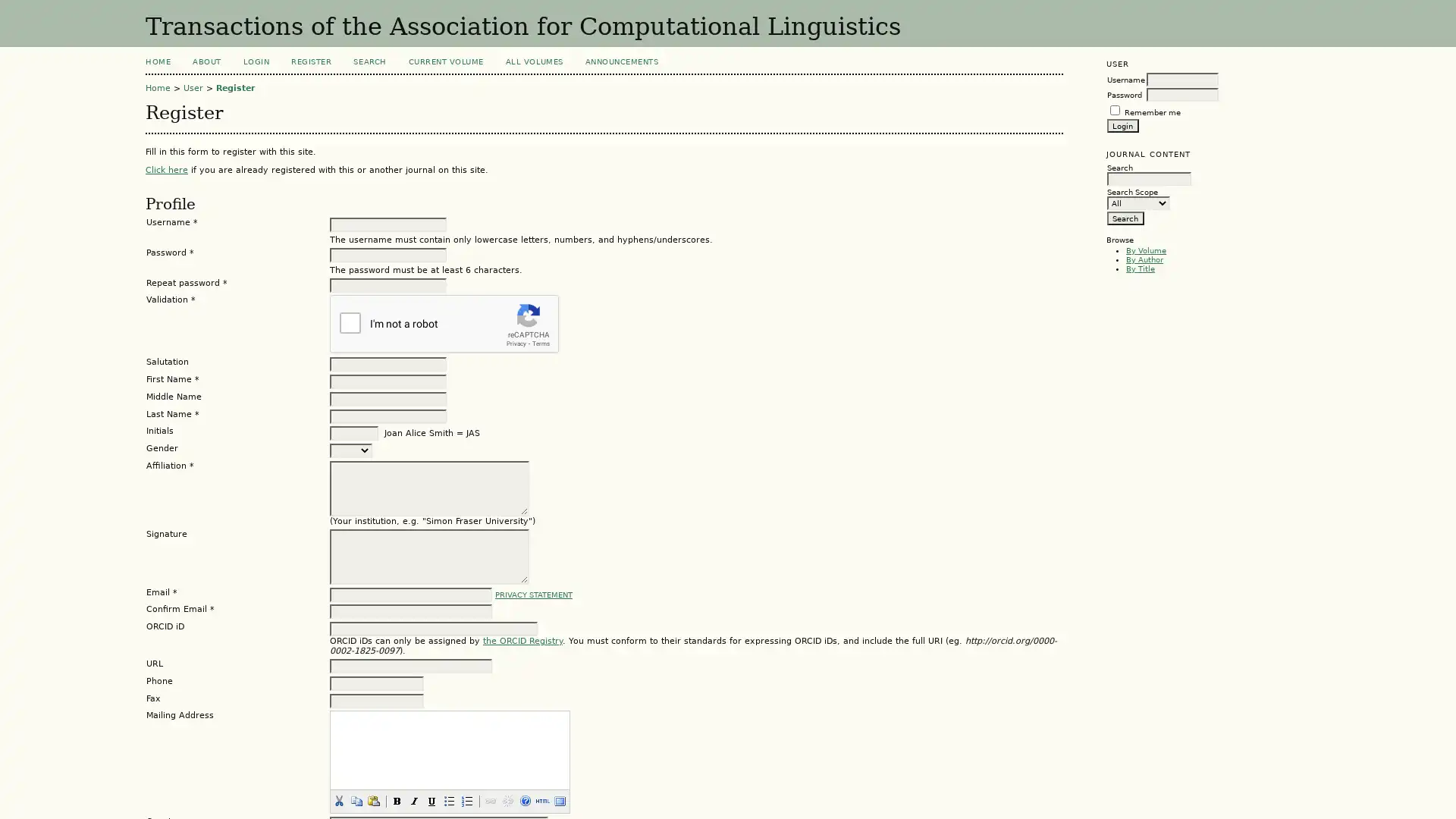 Image resolution: width=1456 pixels, height=819 pixels. What do you see at coordinates (465, 800) in the screenshot?
I see `Insert/Remove Numbered List` at bounding box center [465, 800].